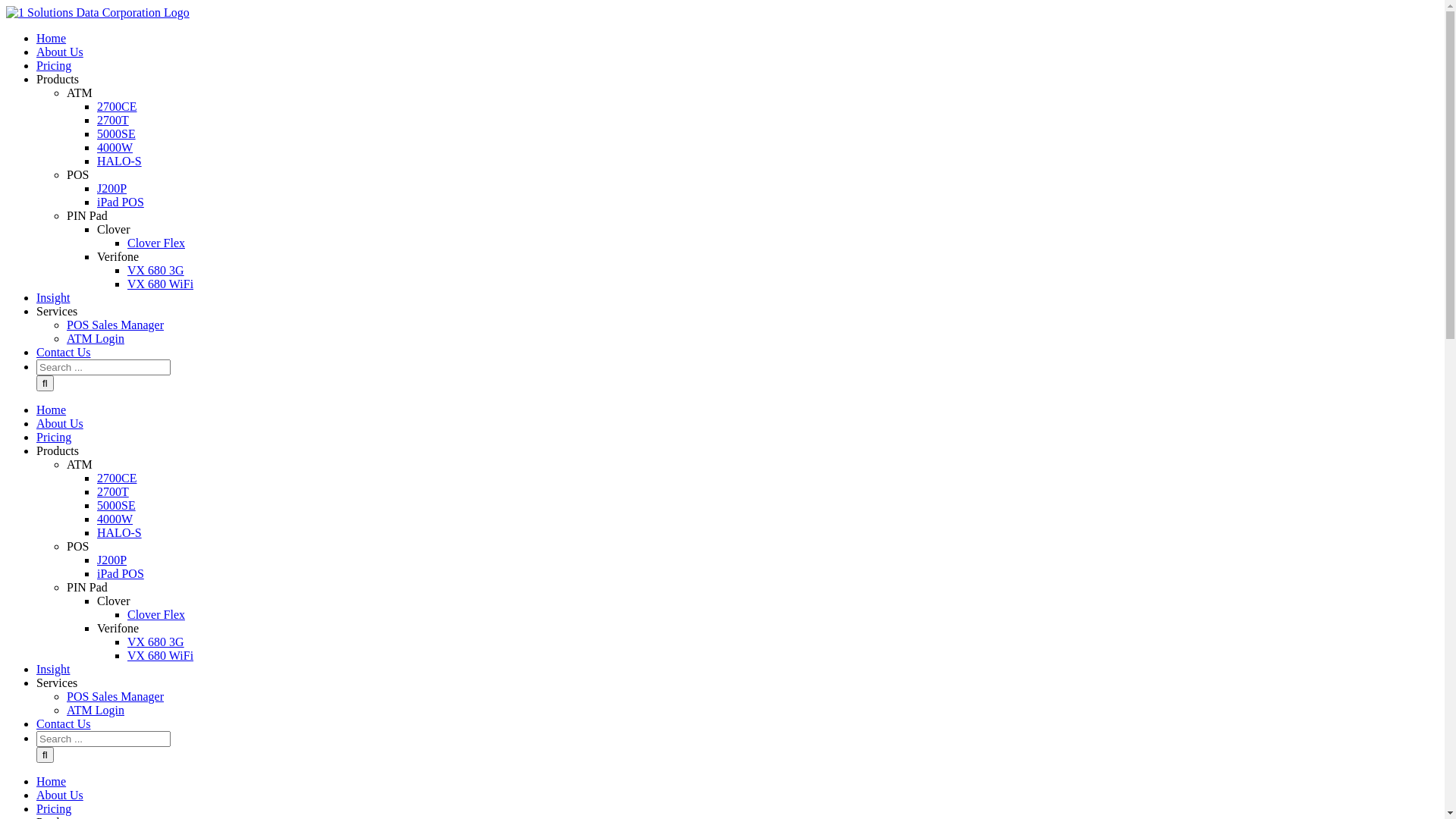 This screenshot has height=819, width=1456. I want to click on '5000SE', so click(115, 133).